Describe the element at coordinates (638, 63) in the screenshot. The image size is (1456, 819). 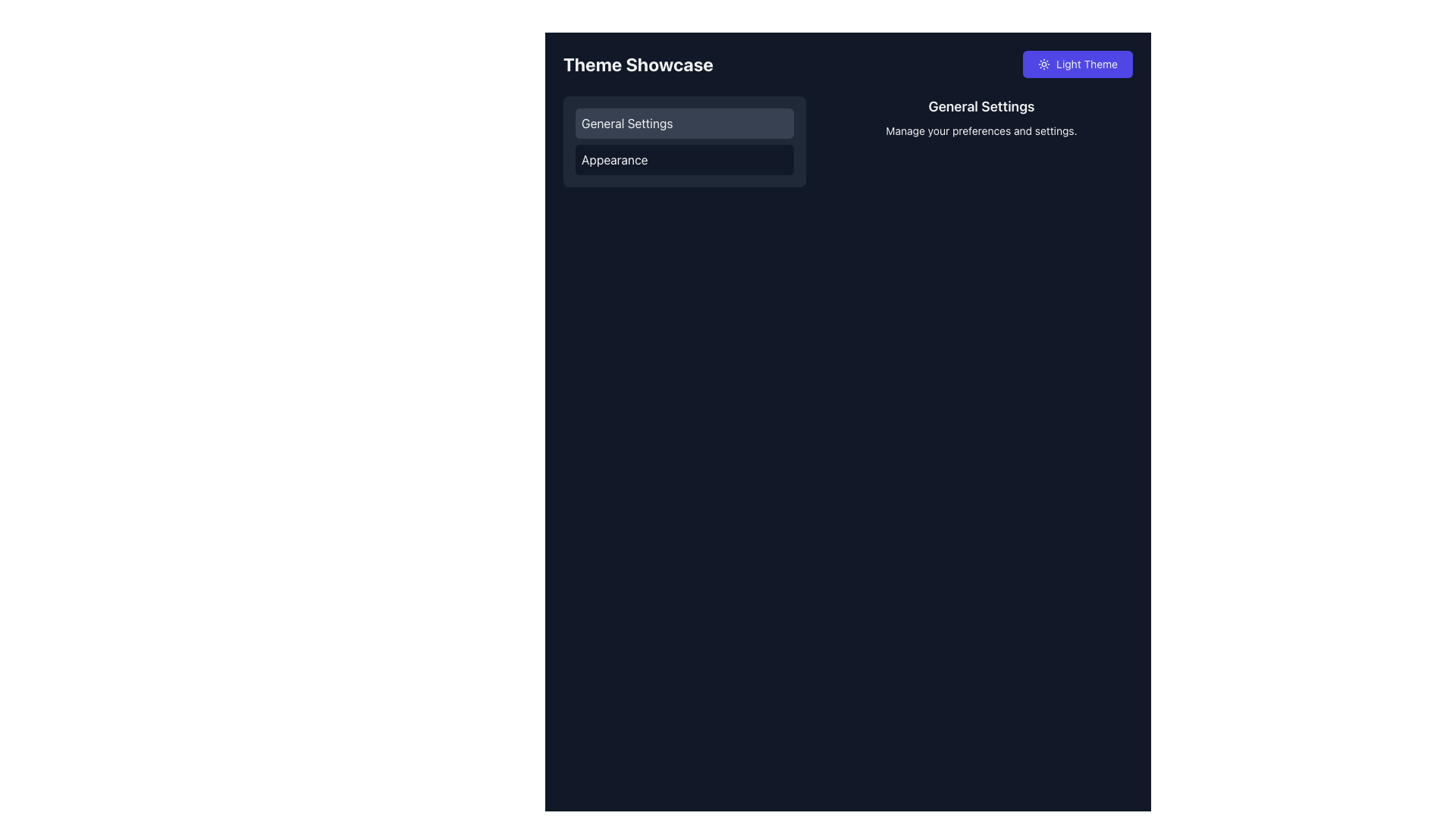
I see `the text label displaying 'Theme Showcase' in bold, large font, located at the top of the page` at that location.